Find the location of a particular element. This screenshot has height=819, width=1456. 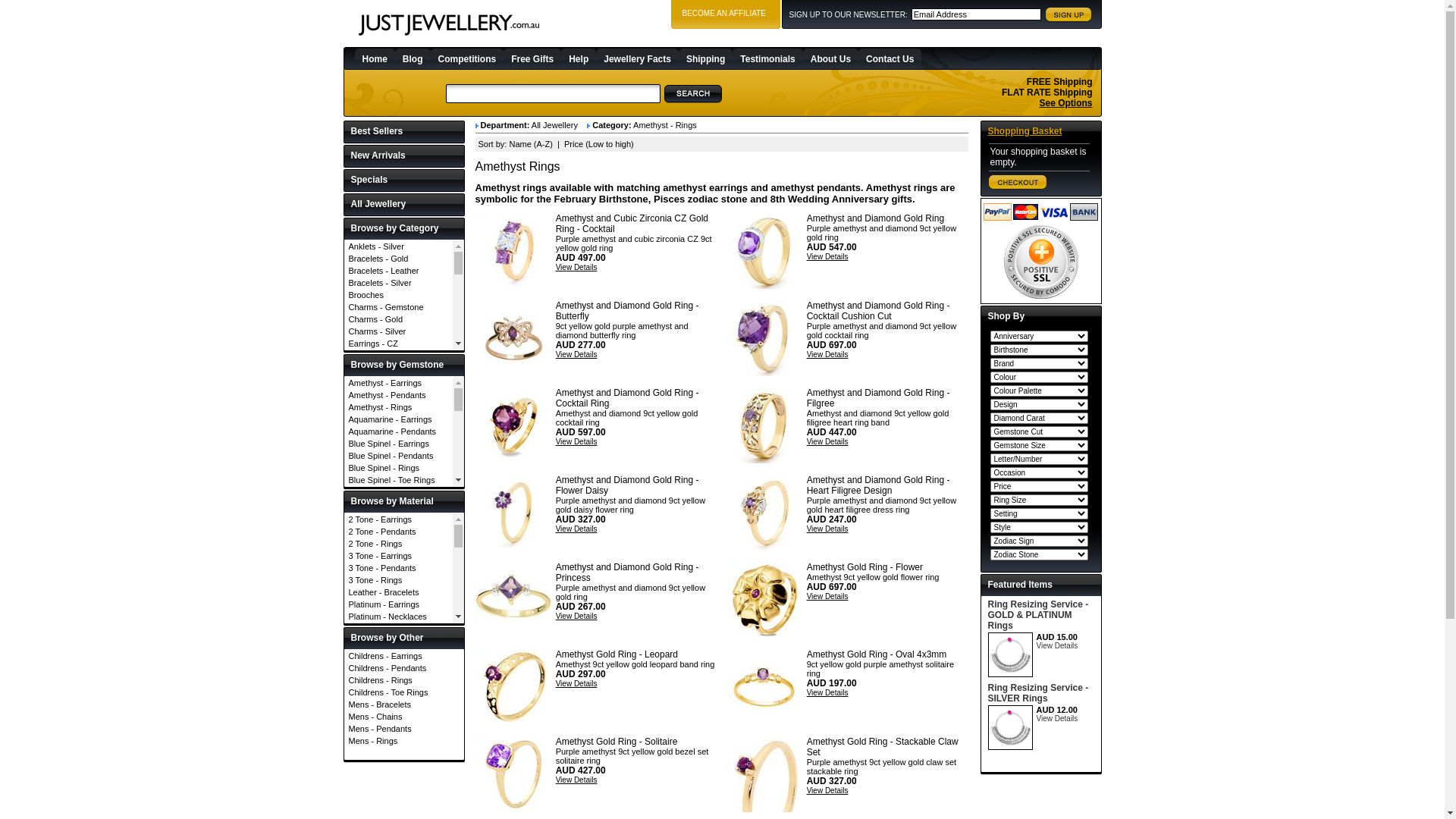

'Bracelets - Leather' is located at coordinates (344, 270).